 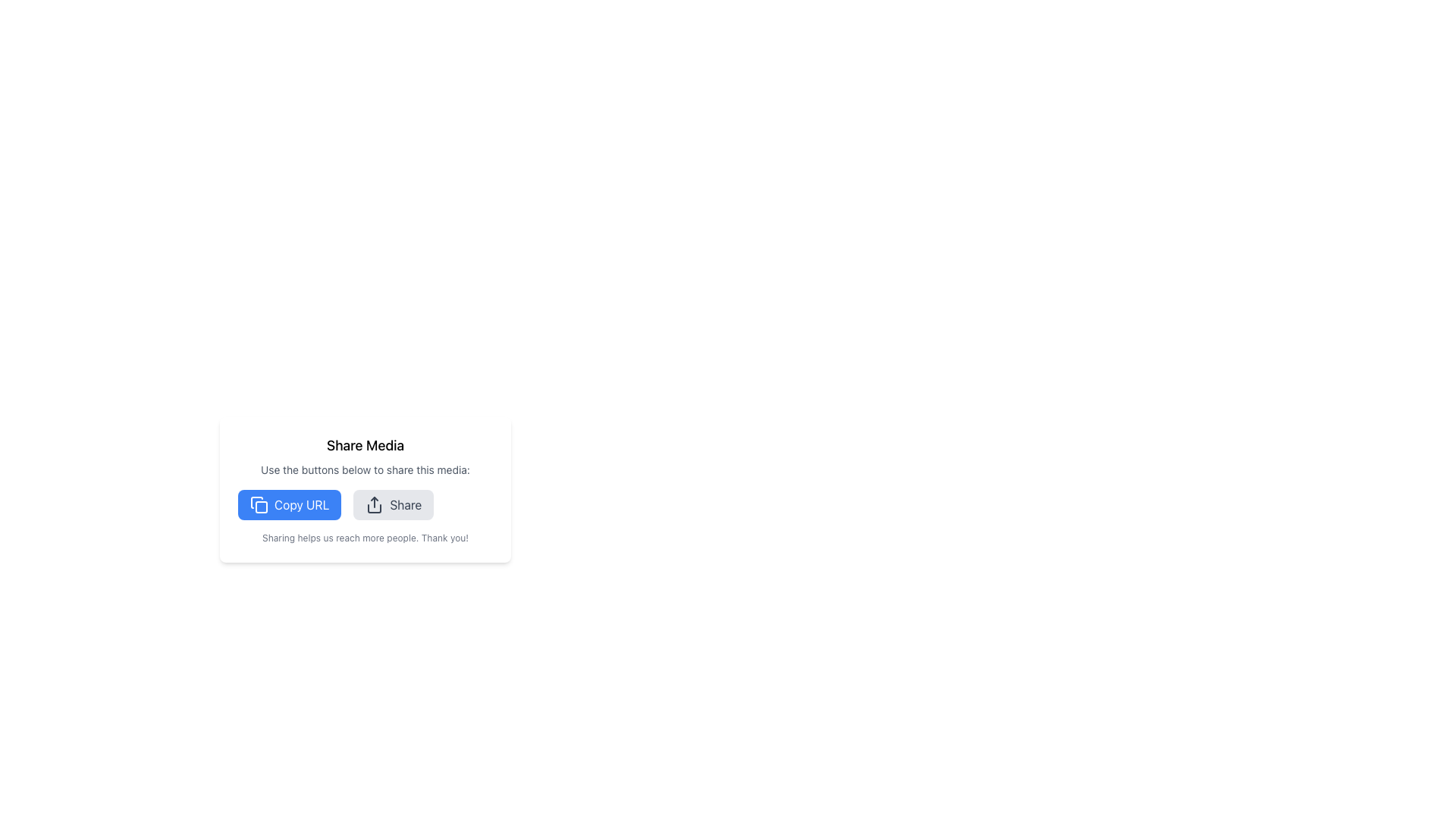 What do you see at coordinates (257, 503) in the screenshot?
I see `the document icon SVG graphic located to the left of the 'Copy URL' button in the media sharing interface` at bounding box center [257, 503].